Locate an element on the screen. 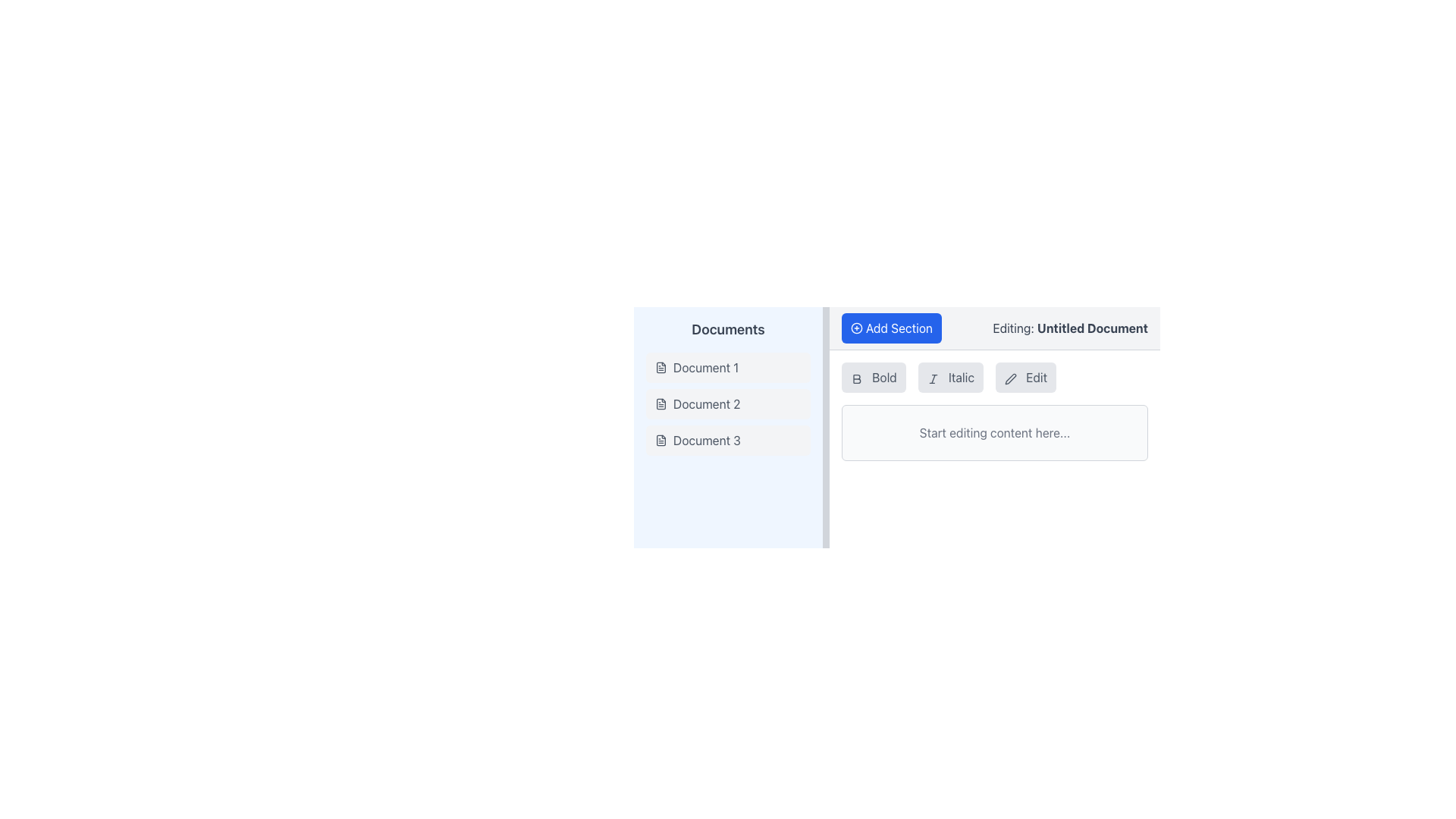 Image resolution: width=1456 pixels, height=819 pixels. the 'Document 3' button is located at coordinates (728, 441).